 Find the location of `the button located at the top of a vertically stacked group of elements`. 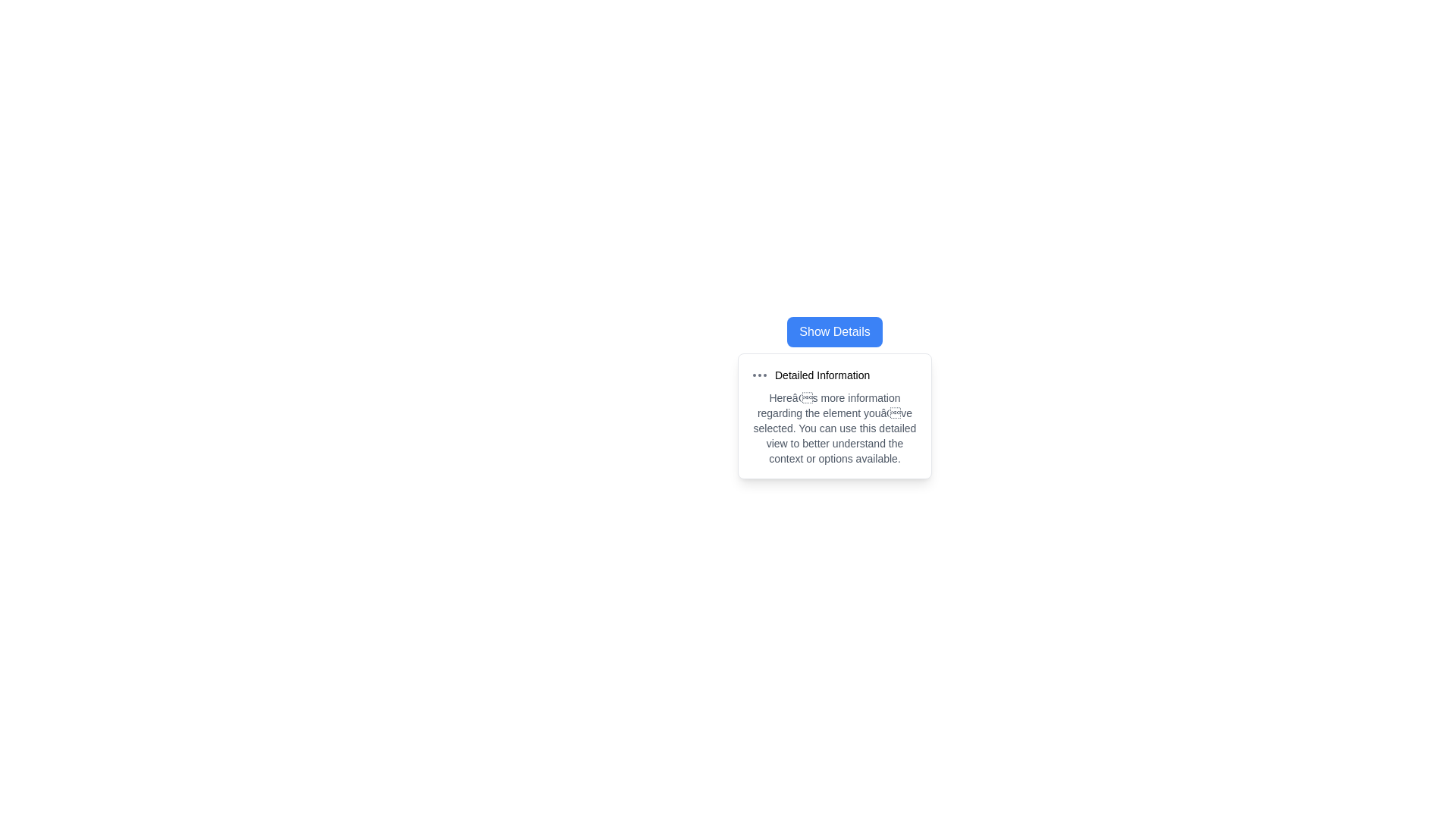

the button located at the top of a vertically stacked group of elements is located at coordinates (833, 331).